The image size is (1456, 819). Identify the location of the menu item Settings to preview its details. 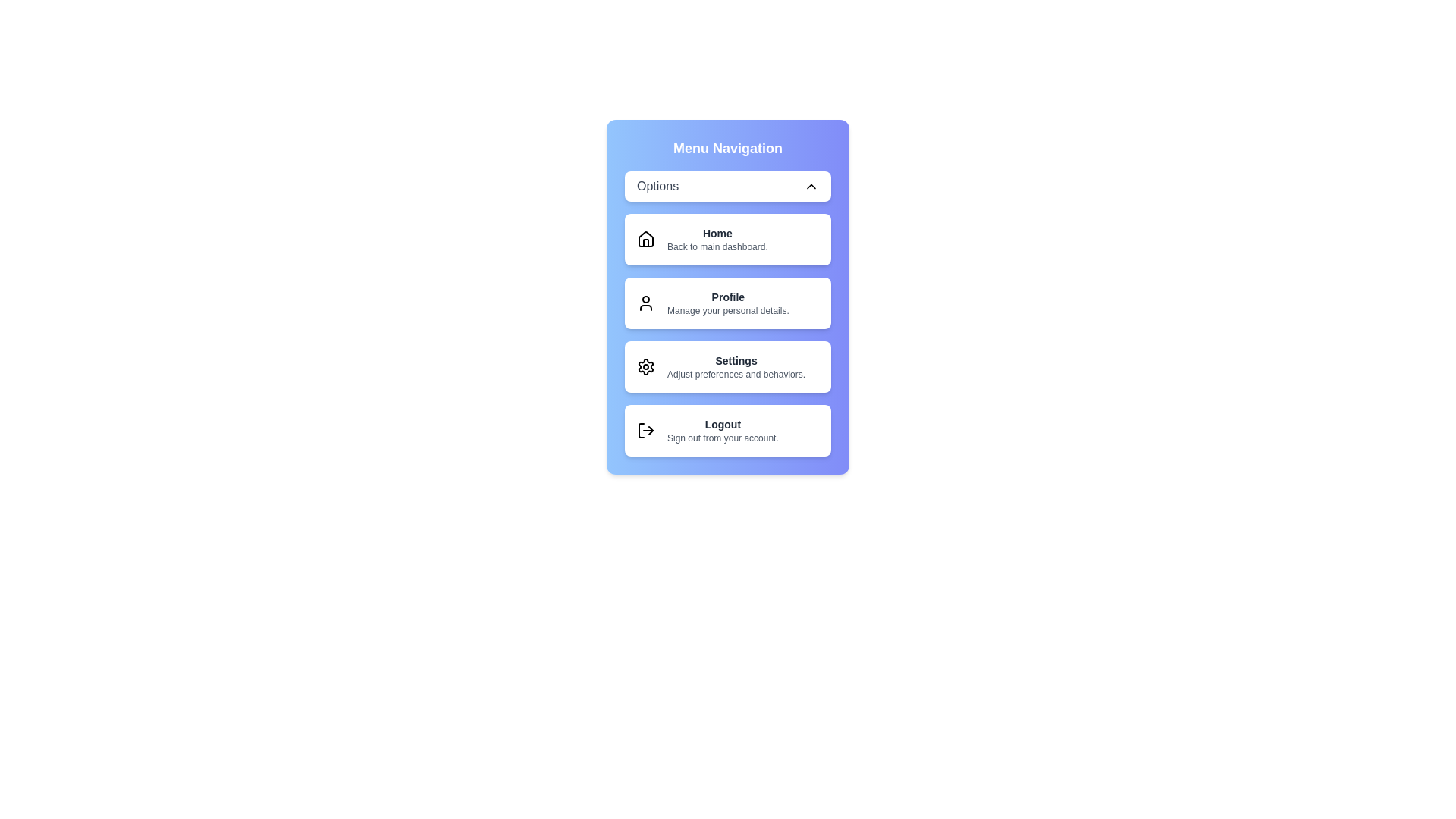
(728, 366).